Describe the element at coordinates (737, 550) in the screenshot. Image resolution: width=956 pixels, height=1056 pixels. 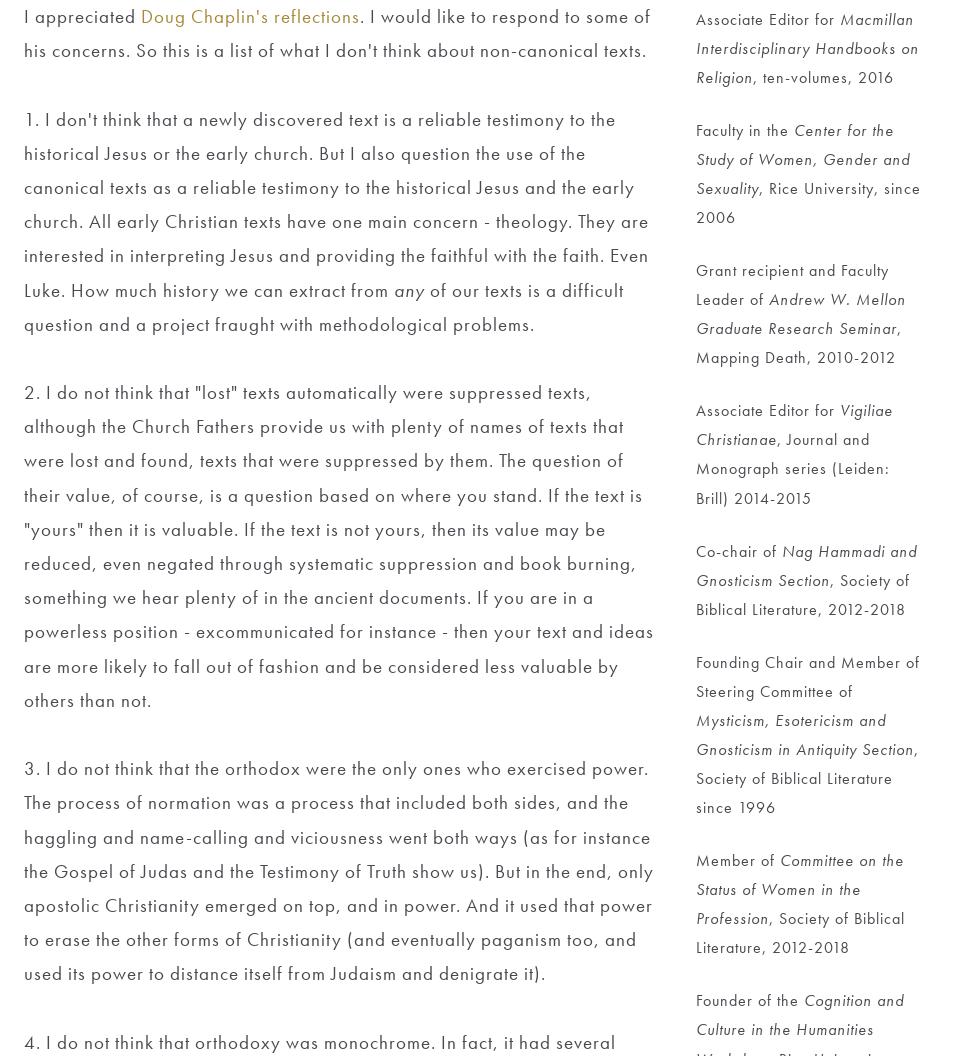
I see `'Co-chair of'` at that location.